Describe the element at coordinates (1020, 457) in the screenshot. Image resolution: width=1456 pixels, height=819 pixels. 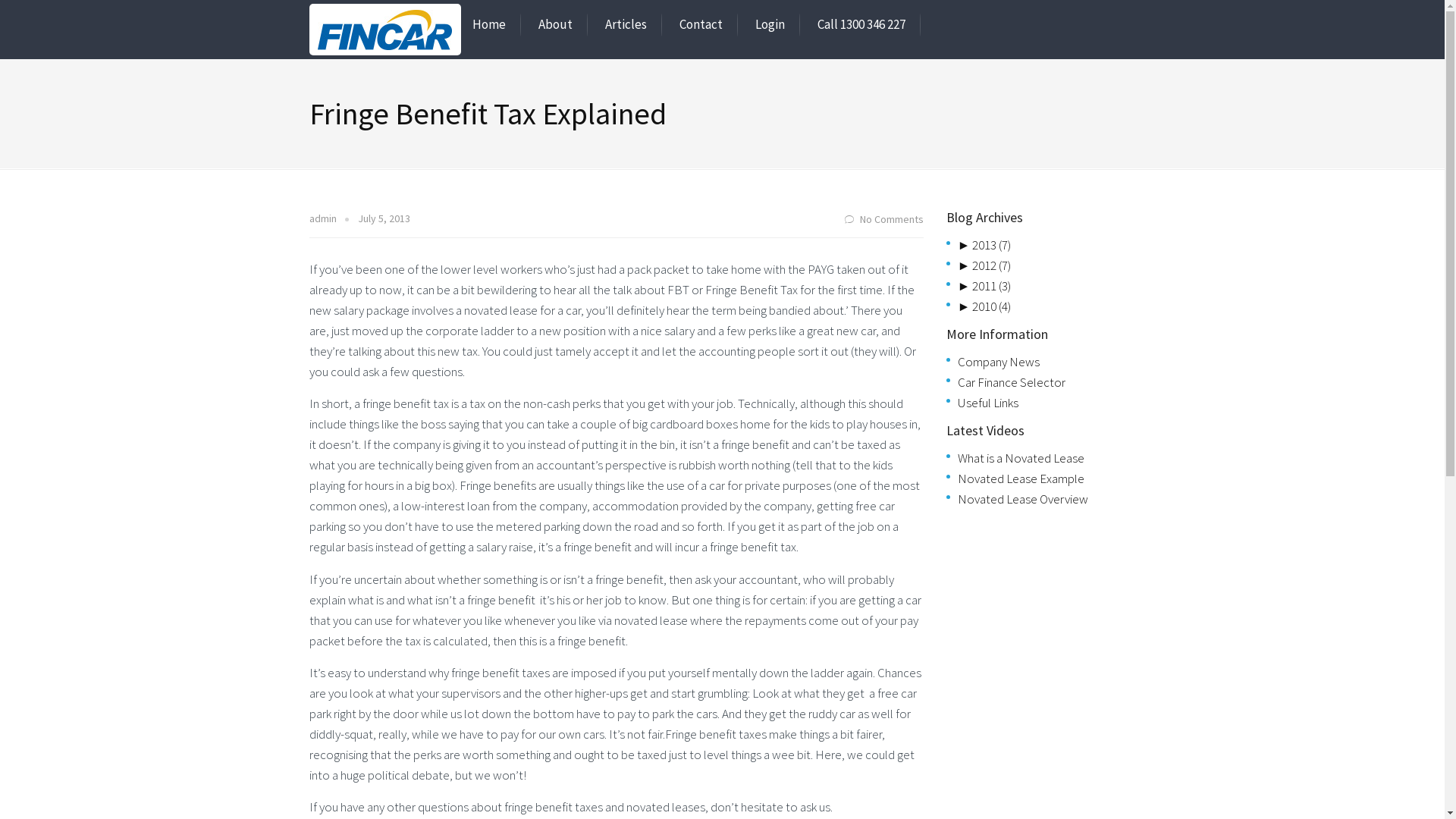
I see `'What is a Novated Lease'` at that location.